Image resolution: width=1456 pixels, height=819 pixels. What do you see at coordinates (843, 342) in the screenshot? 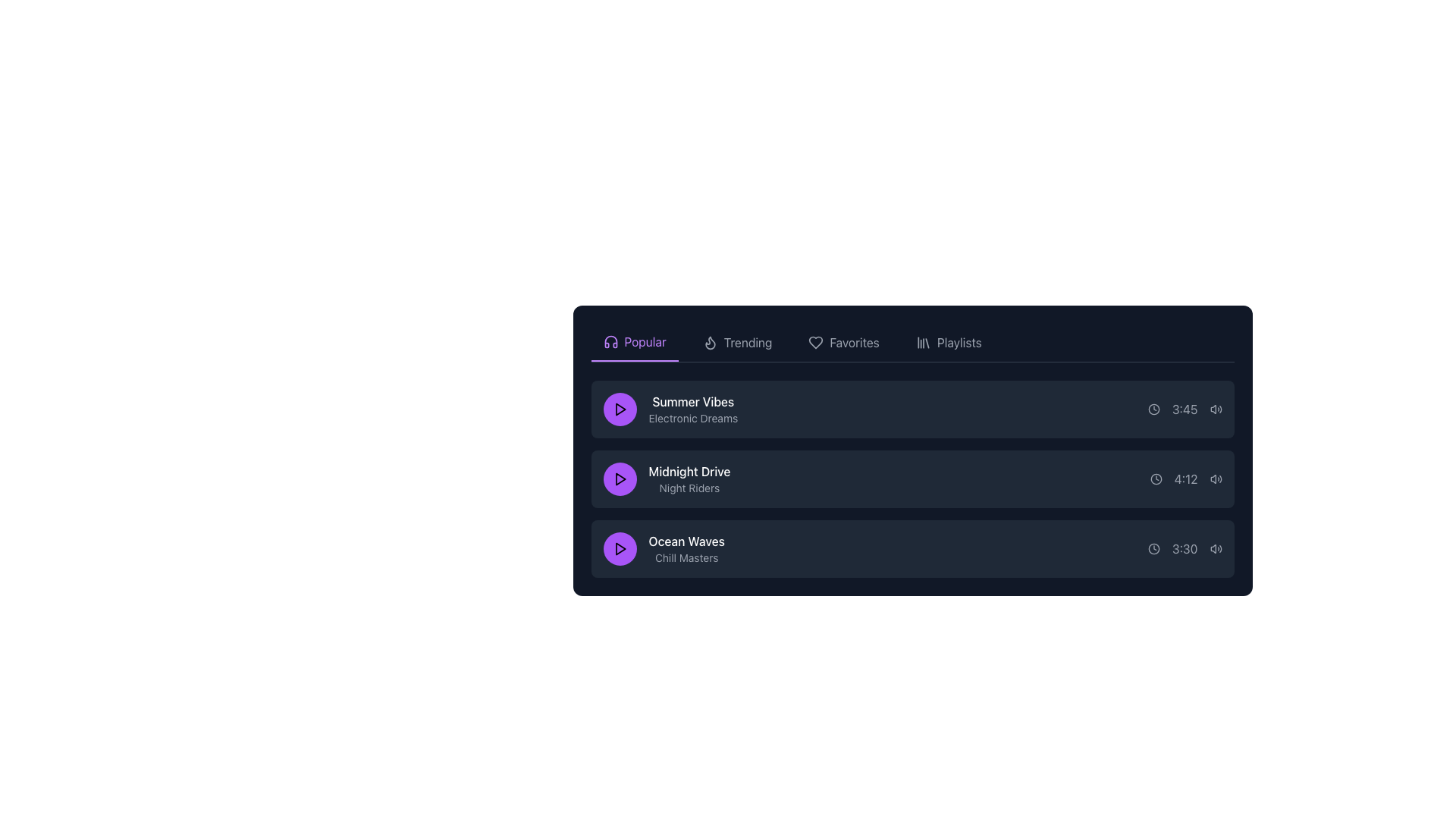
I see `the 'Favorites' button, which is the third item` at bounding box center [843, 342].